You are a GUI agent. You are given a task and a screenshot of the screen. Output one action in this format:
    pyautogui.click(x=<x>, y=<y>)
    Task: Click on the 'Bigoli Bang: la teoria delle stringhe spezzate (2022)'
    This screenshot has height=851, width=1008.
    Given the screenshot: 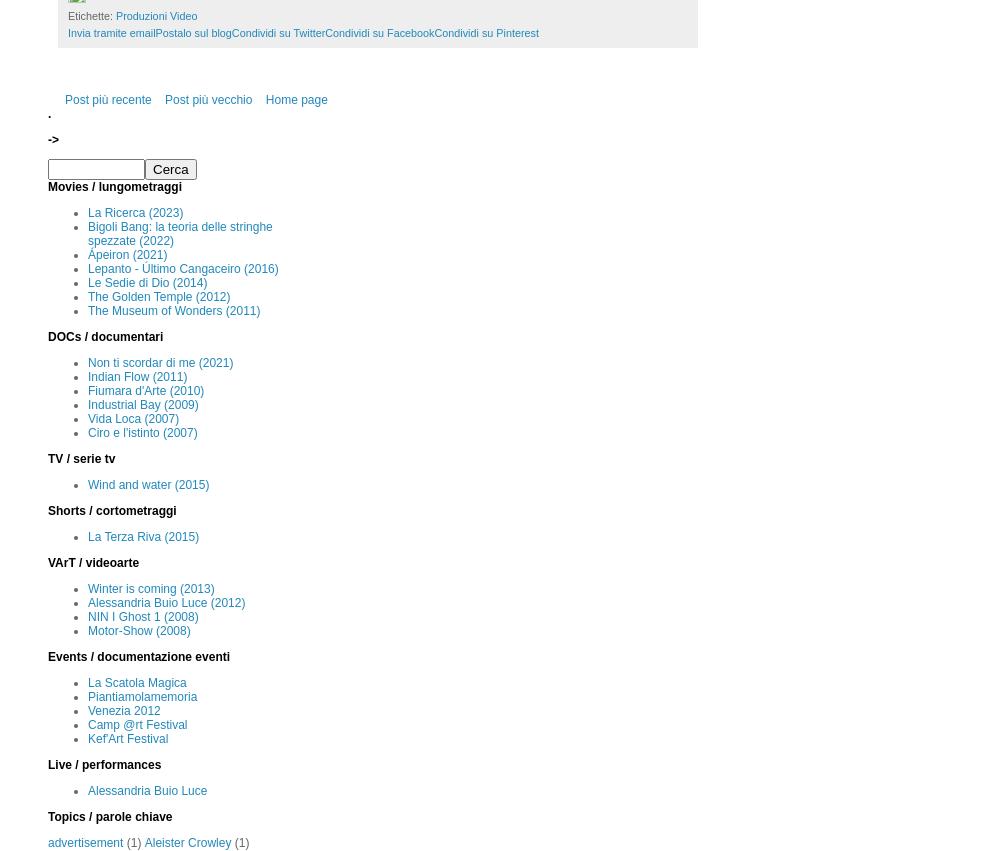 What is the action you would take?
    pyautogui.click(x=180, y=233)
    